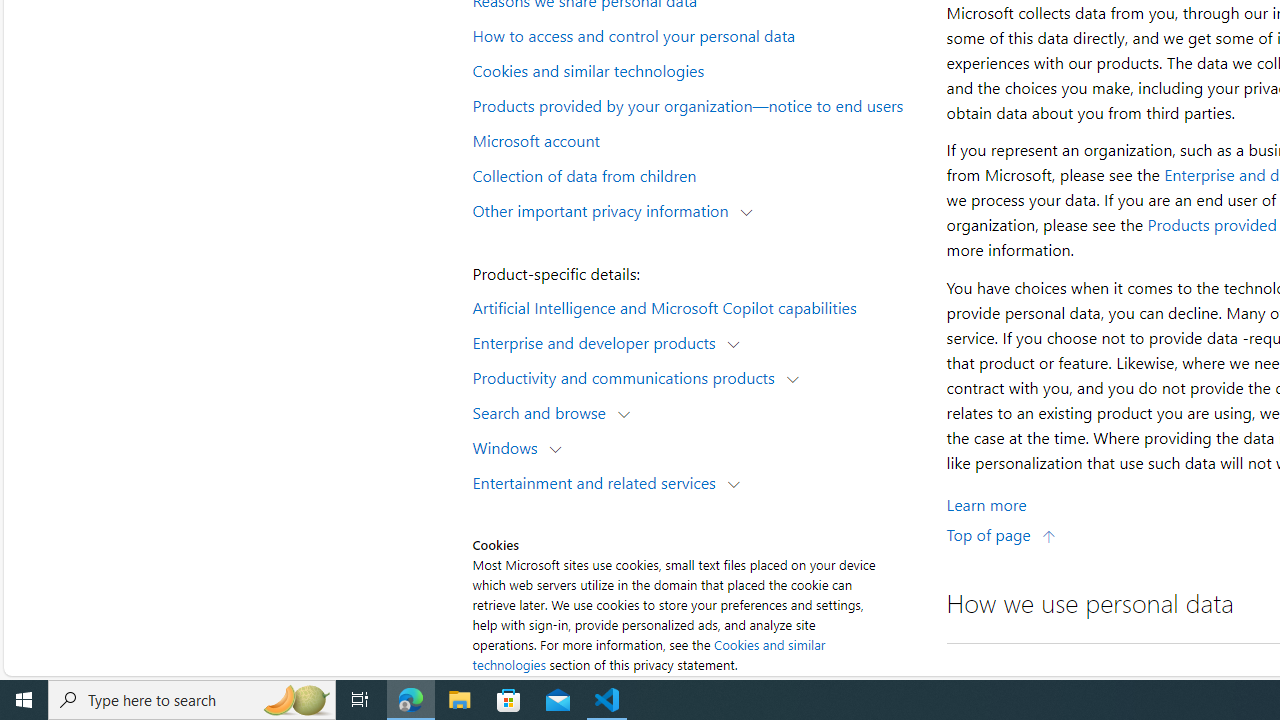  What do you see at coordinates (598, 482) in the screenshot?
I see `'Entertainment and related services'` at bounding box center [598, 482].